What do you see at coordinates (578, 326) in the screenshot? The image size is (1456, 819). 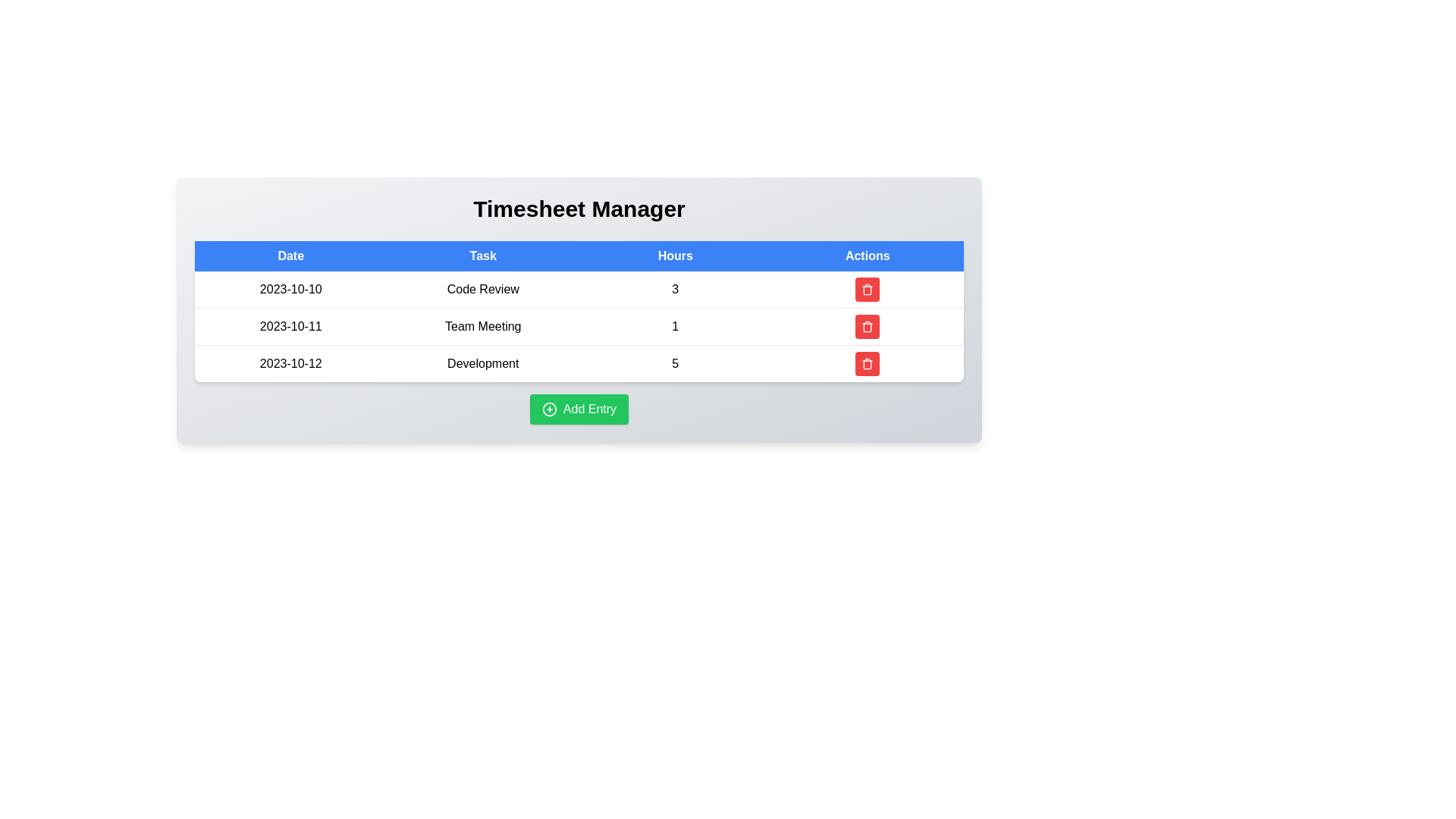 I see `contents of the second row in the timesheet table under 'Timesheet Manager', which includes task details and hours for the specified date` at bounding box center [578, 326].